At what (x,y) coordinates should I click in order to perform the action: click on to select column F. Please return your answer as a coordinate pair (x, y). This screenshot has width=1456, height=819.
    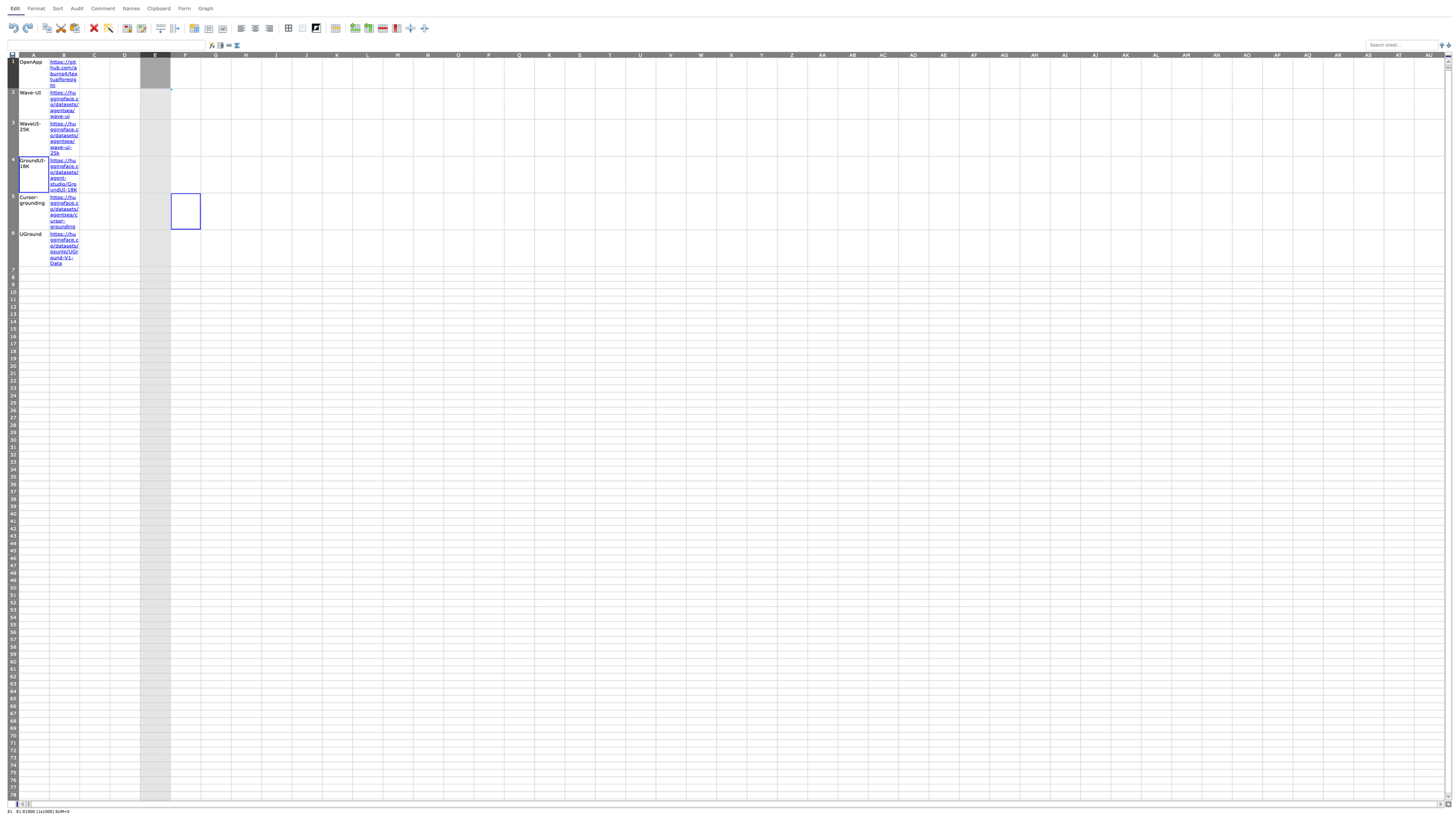
    Looking at the image, I should click on (185, 54).